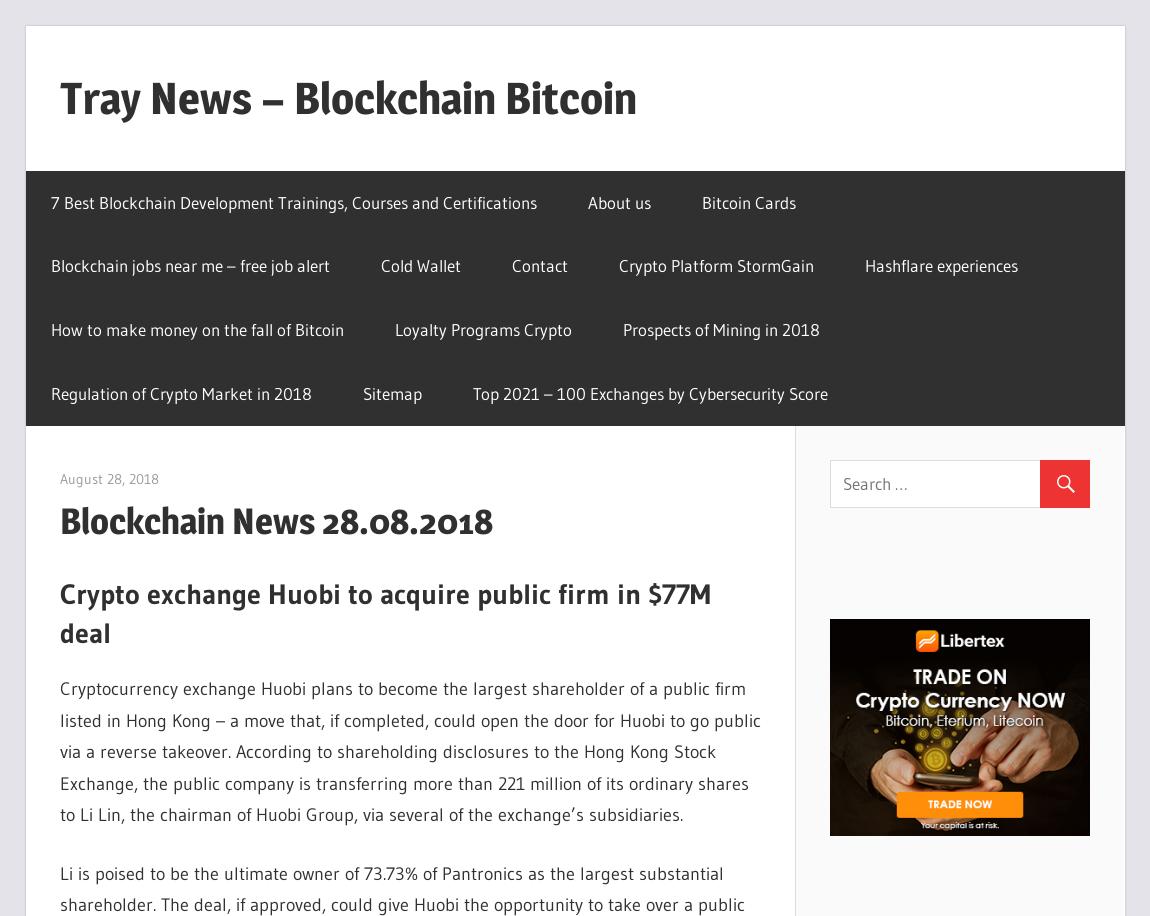 The image size is (1150, 916). What do you see at coordinates (392, 392) in the screenshot?
I see `'Sitemap'` at bounding box center [392, 392].